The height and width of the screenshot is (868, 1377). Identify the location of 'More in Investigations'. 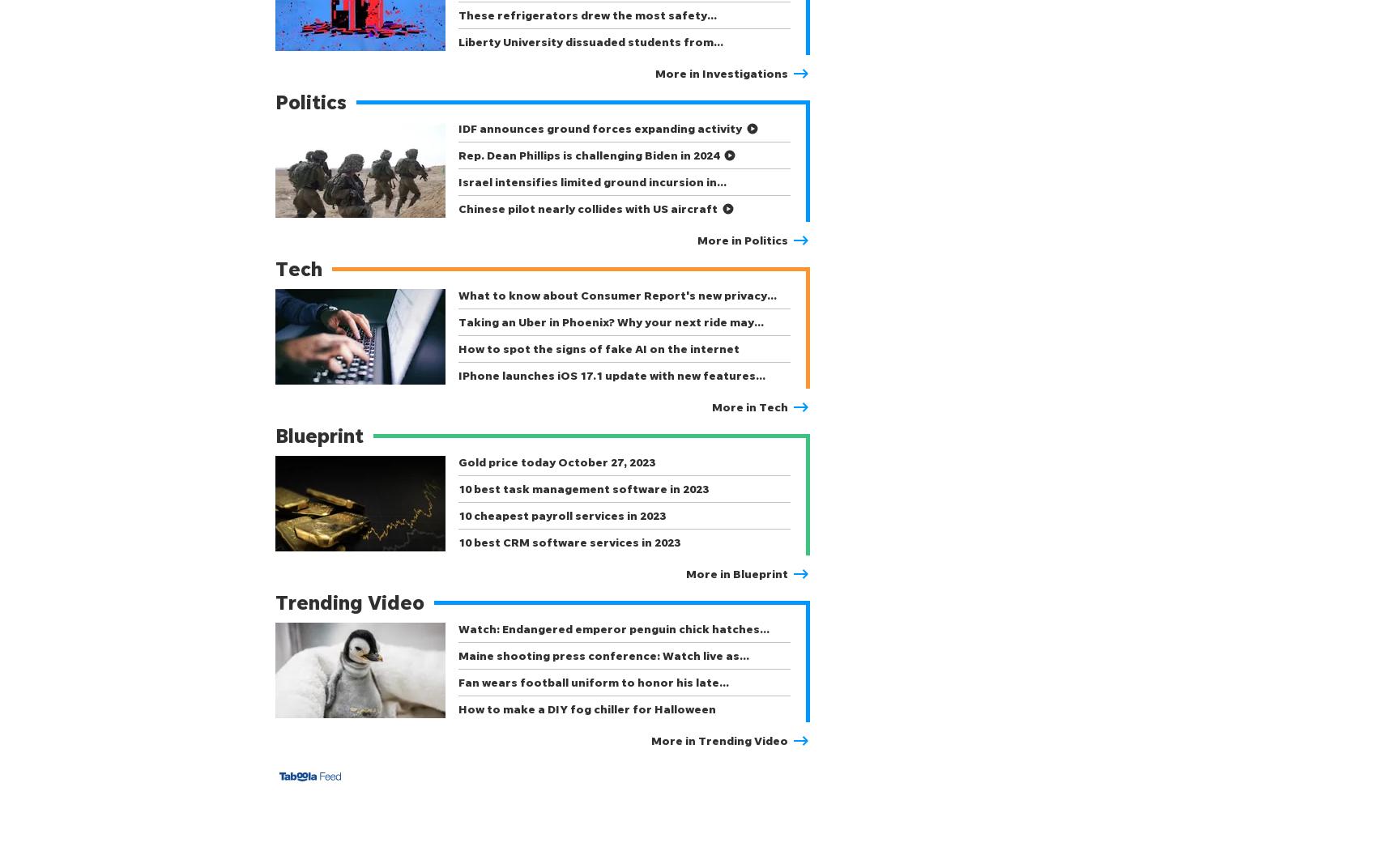
(721, 73).